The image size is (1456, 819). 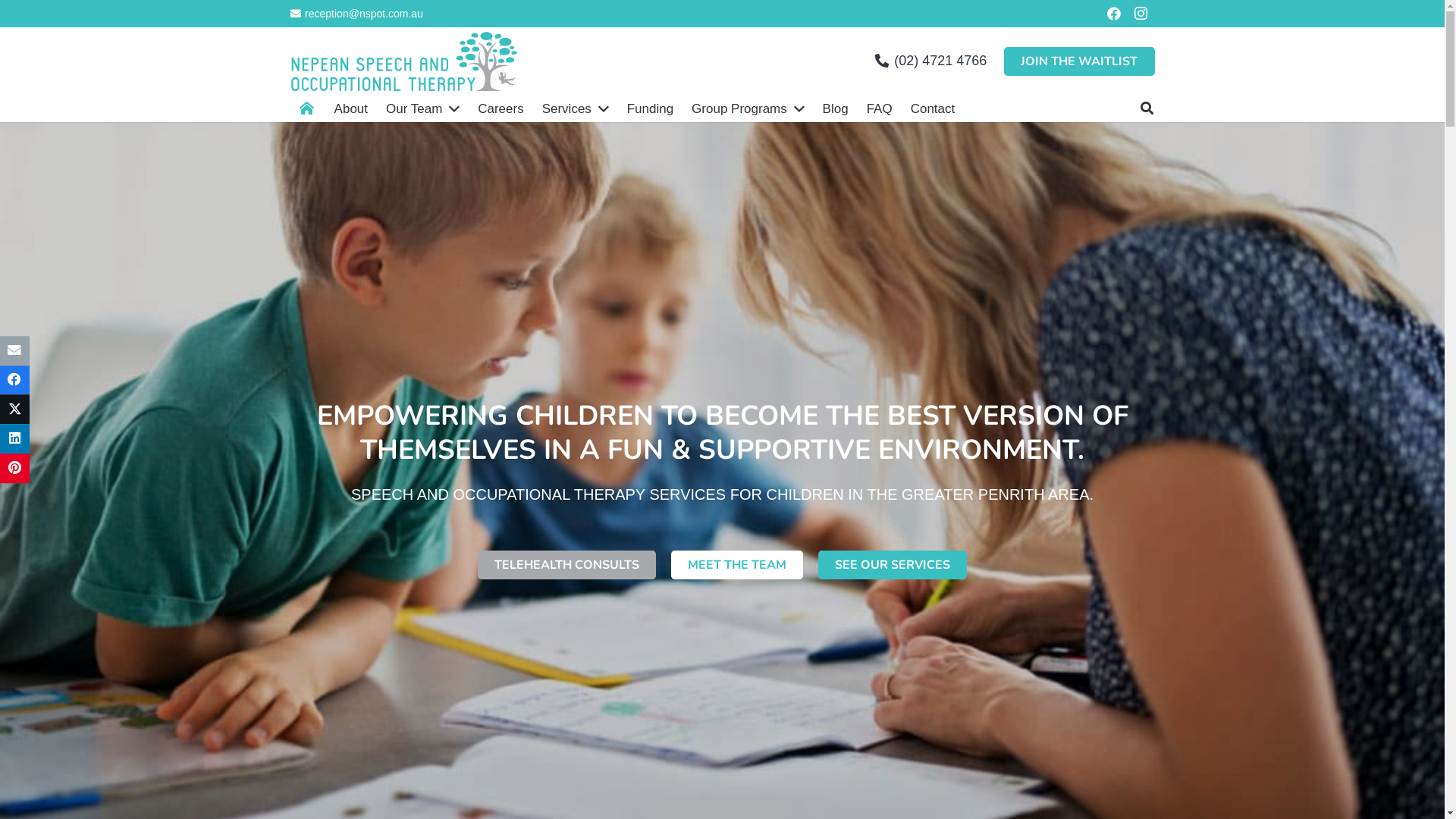 I want to click on 'Careers', so click(x=500, y=107).